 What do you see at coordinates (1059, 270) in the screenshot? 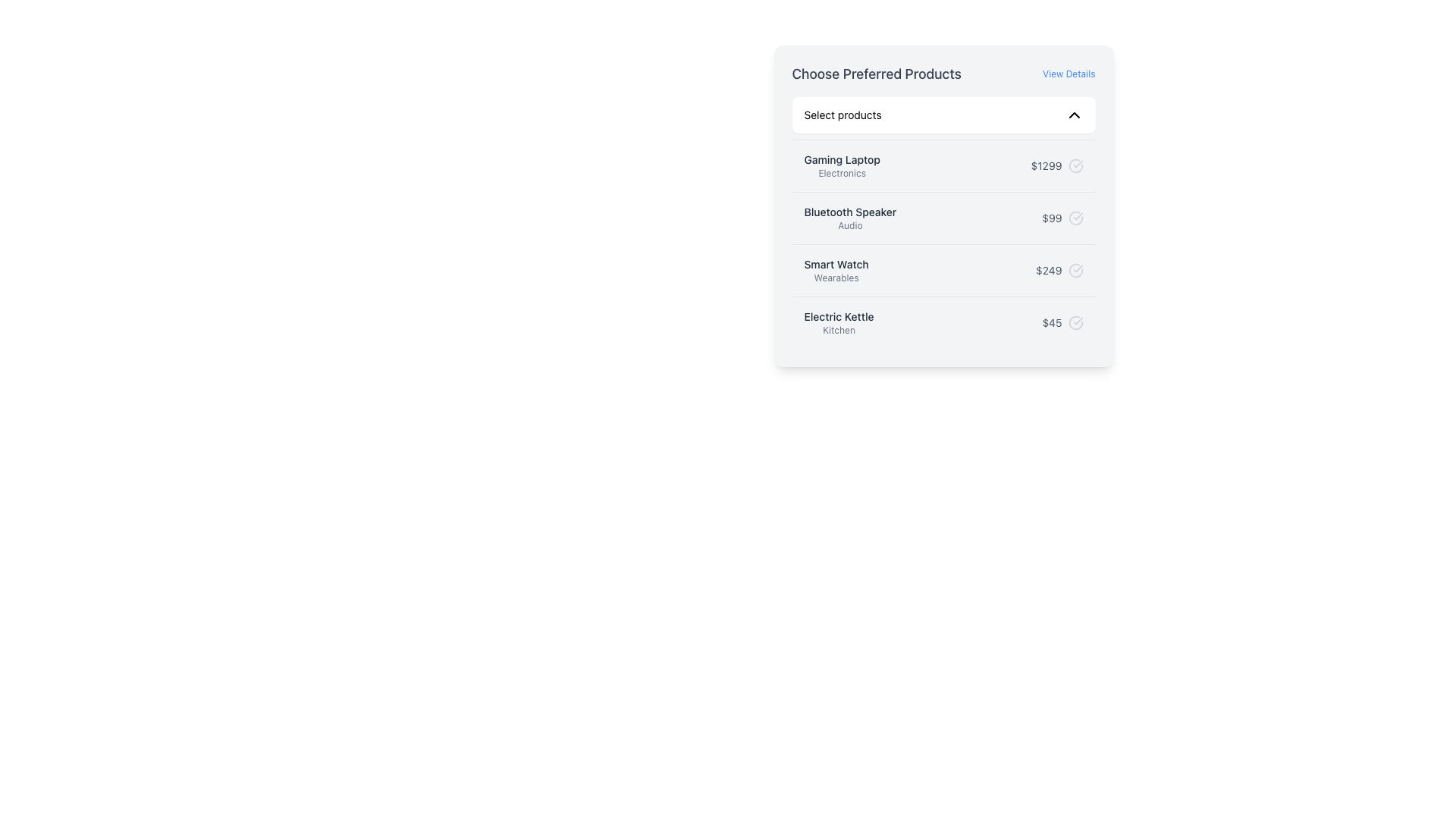
I see `the price label in the 'Choose Preferred Products' section that displays the price for the 'Smart Watch' product, which is styled in dark gray text and has a circular icon to its right` at bounding box center [1059, 270].